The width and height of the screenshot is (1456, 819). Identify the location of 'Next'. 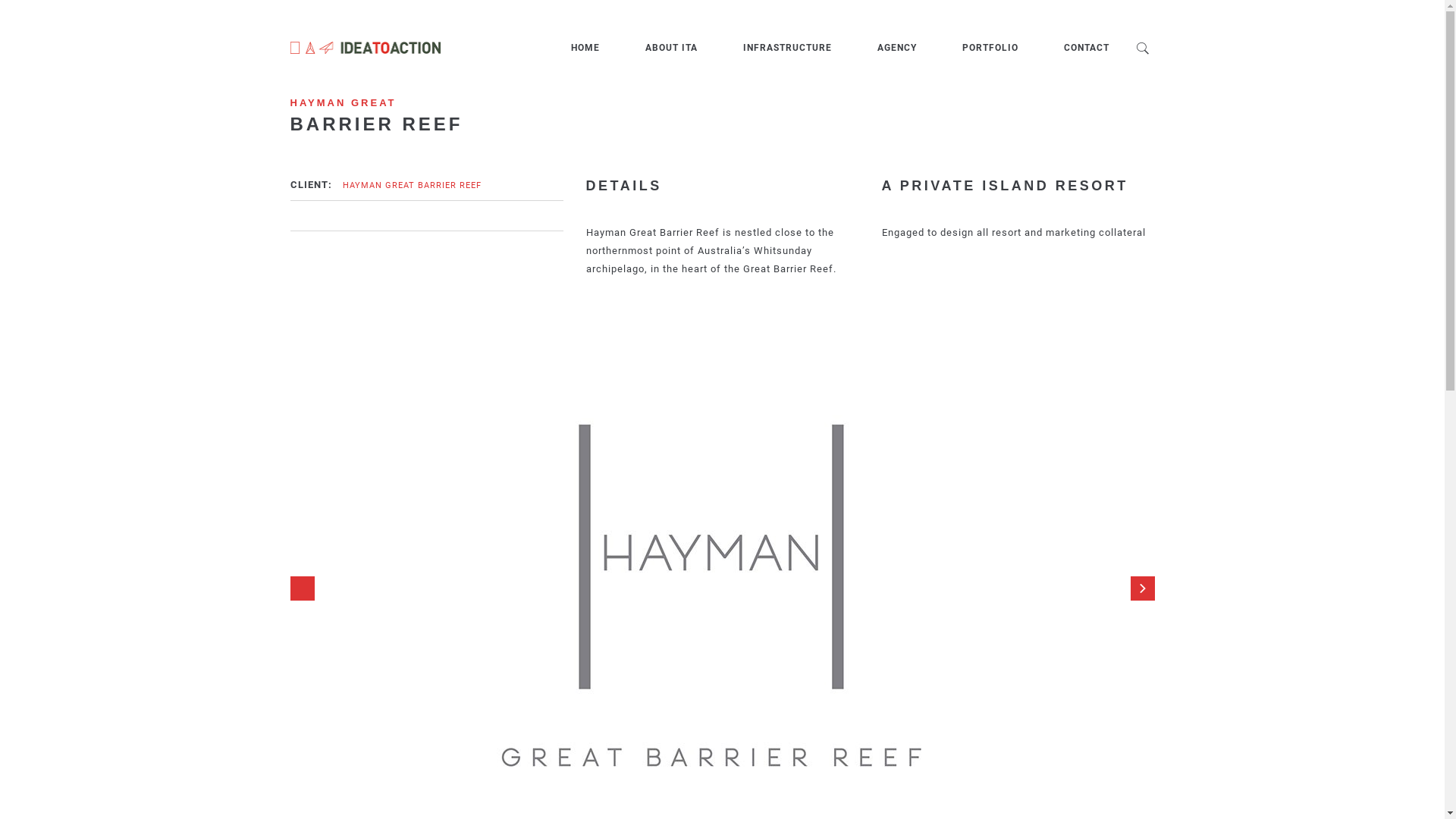
(1142, 587).